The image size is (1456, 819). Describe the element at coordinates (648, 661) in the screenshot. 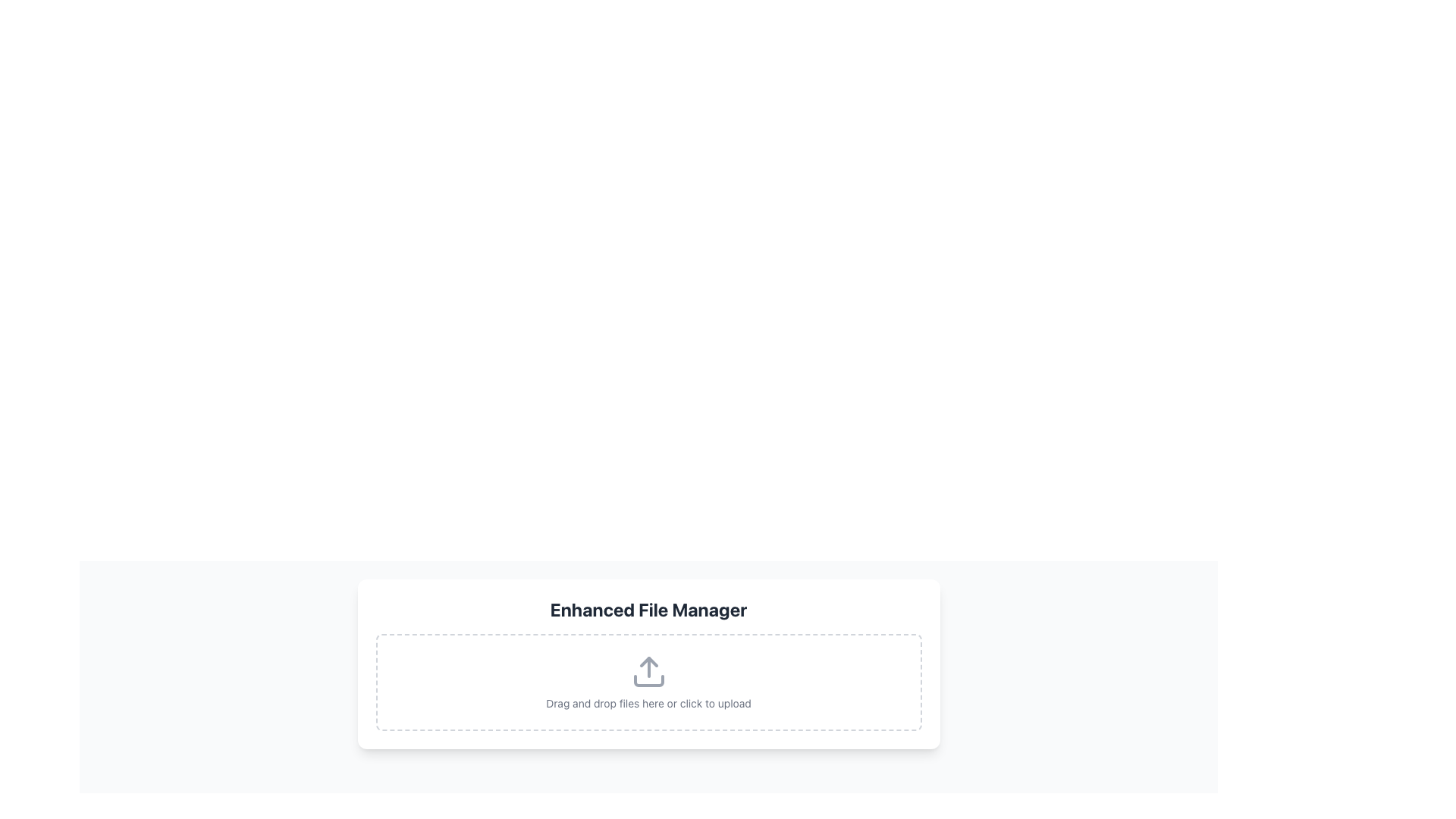

I see `the triangular upper part of the upload icon within the 'Enhanced File Manager' module` at that location.